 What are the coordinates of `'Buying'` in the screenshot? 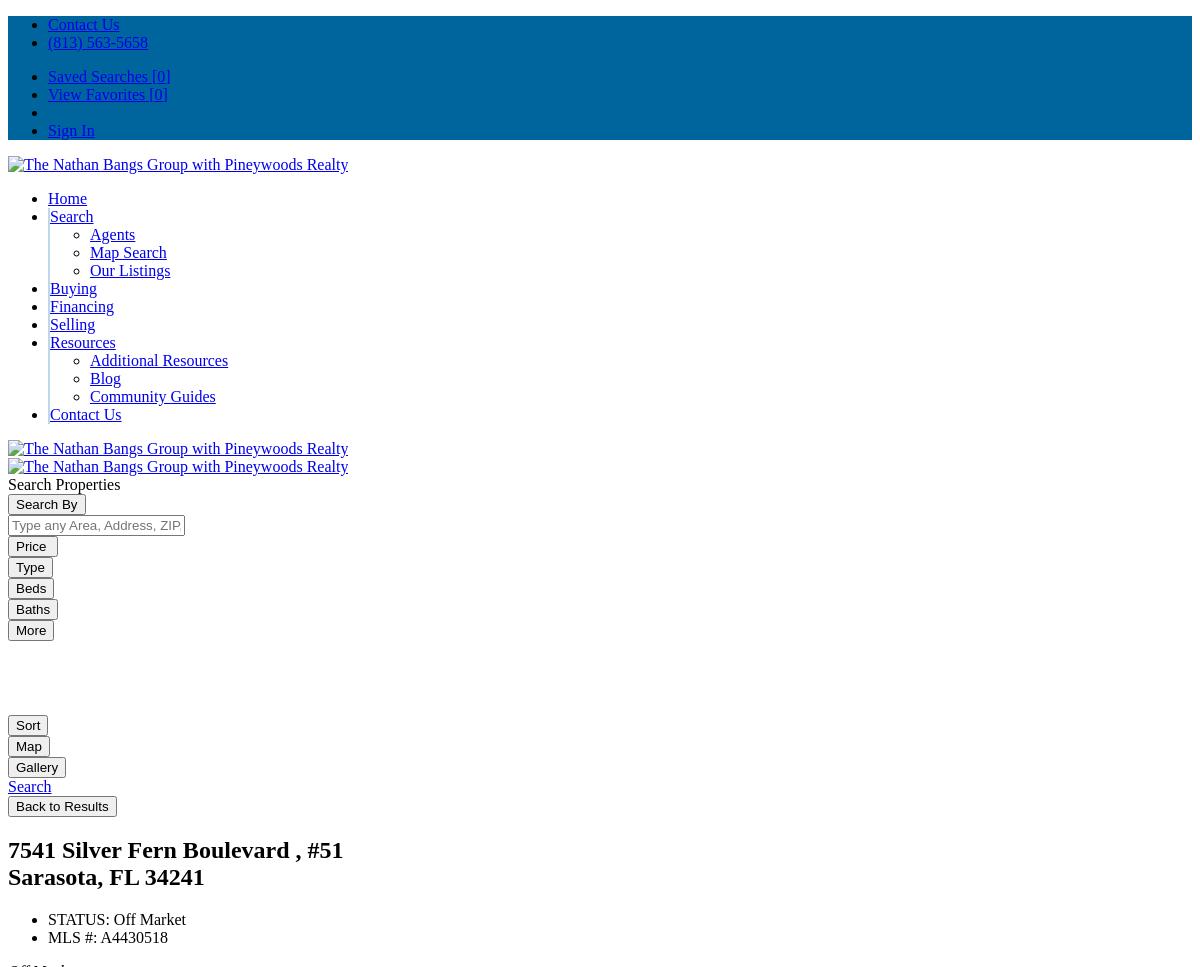 It's located at (73, 287).